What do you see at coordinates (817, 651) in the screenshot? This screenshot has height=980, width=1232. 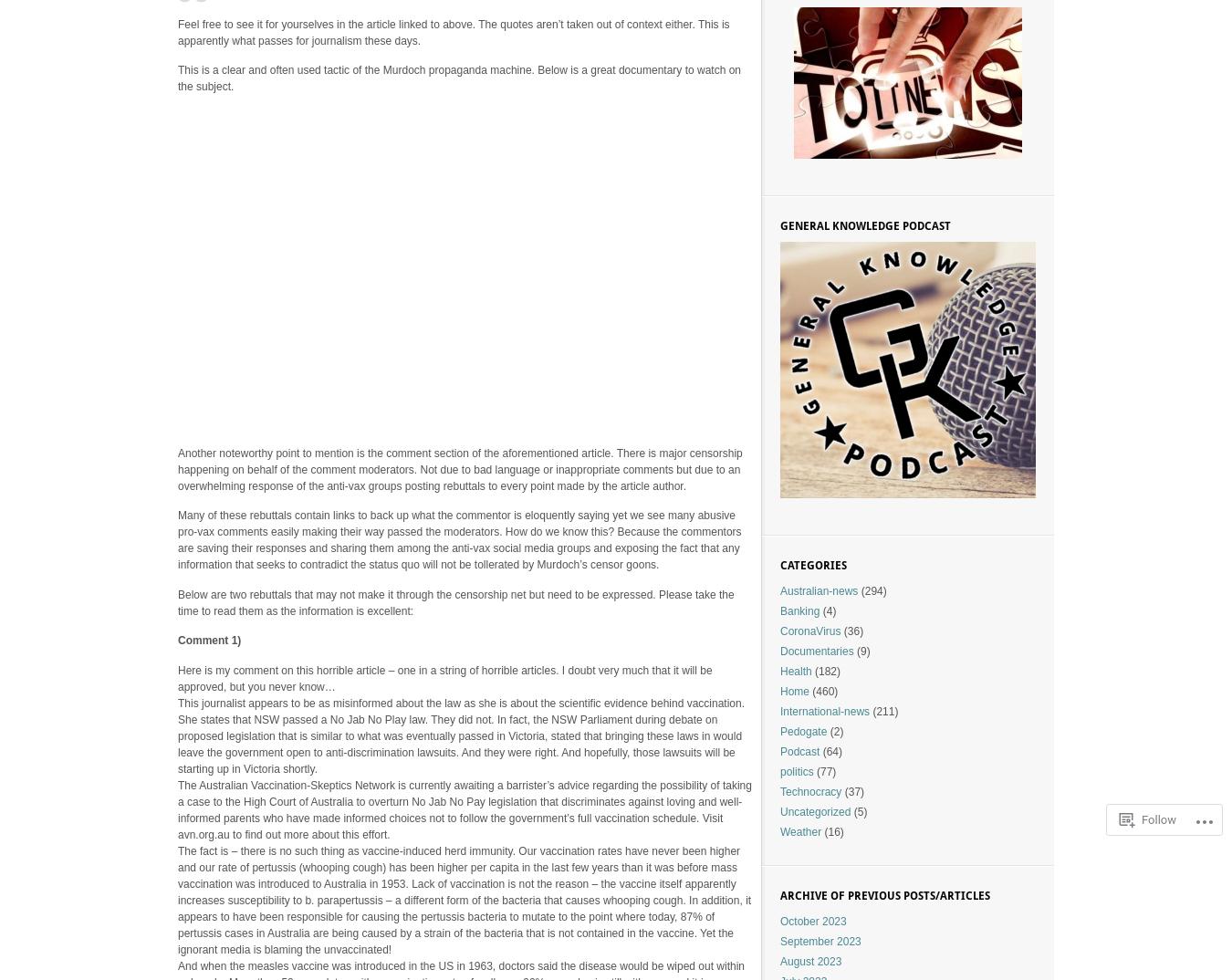 I see `'Documentaries'` at bounding box center [817, 651].